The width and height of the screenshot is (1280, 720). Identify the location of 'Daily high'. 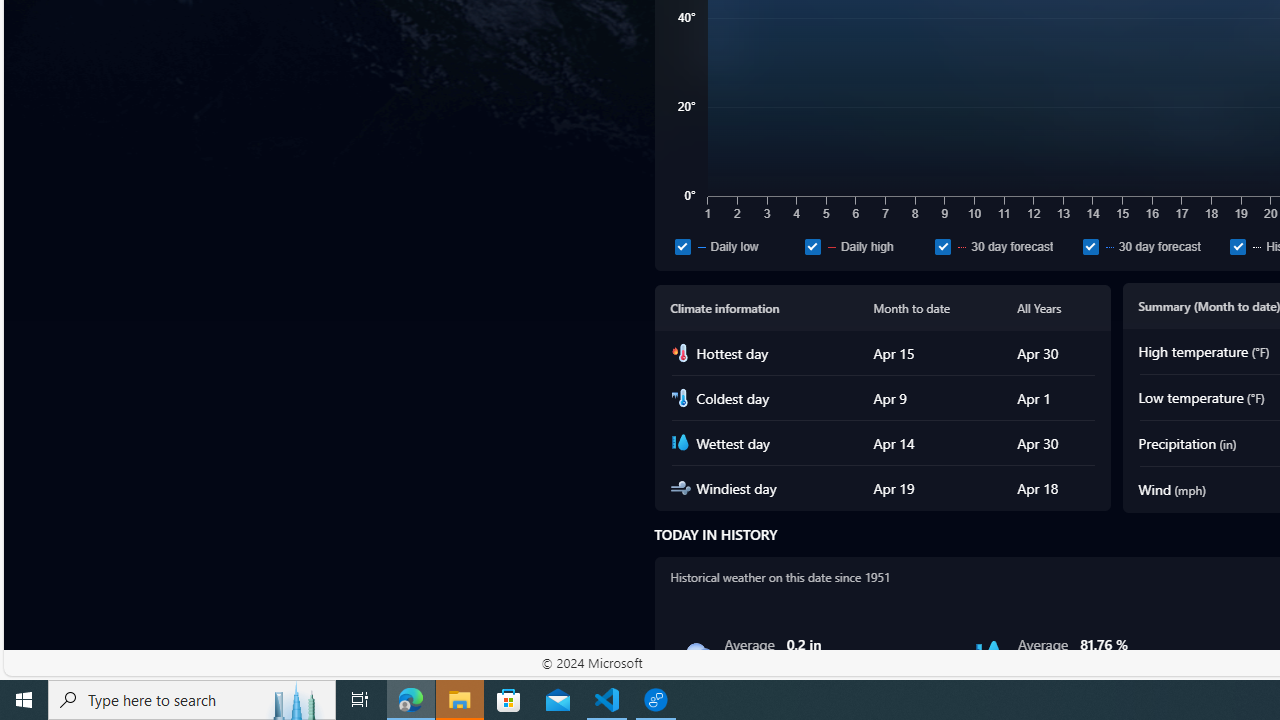
(812, 245).